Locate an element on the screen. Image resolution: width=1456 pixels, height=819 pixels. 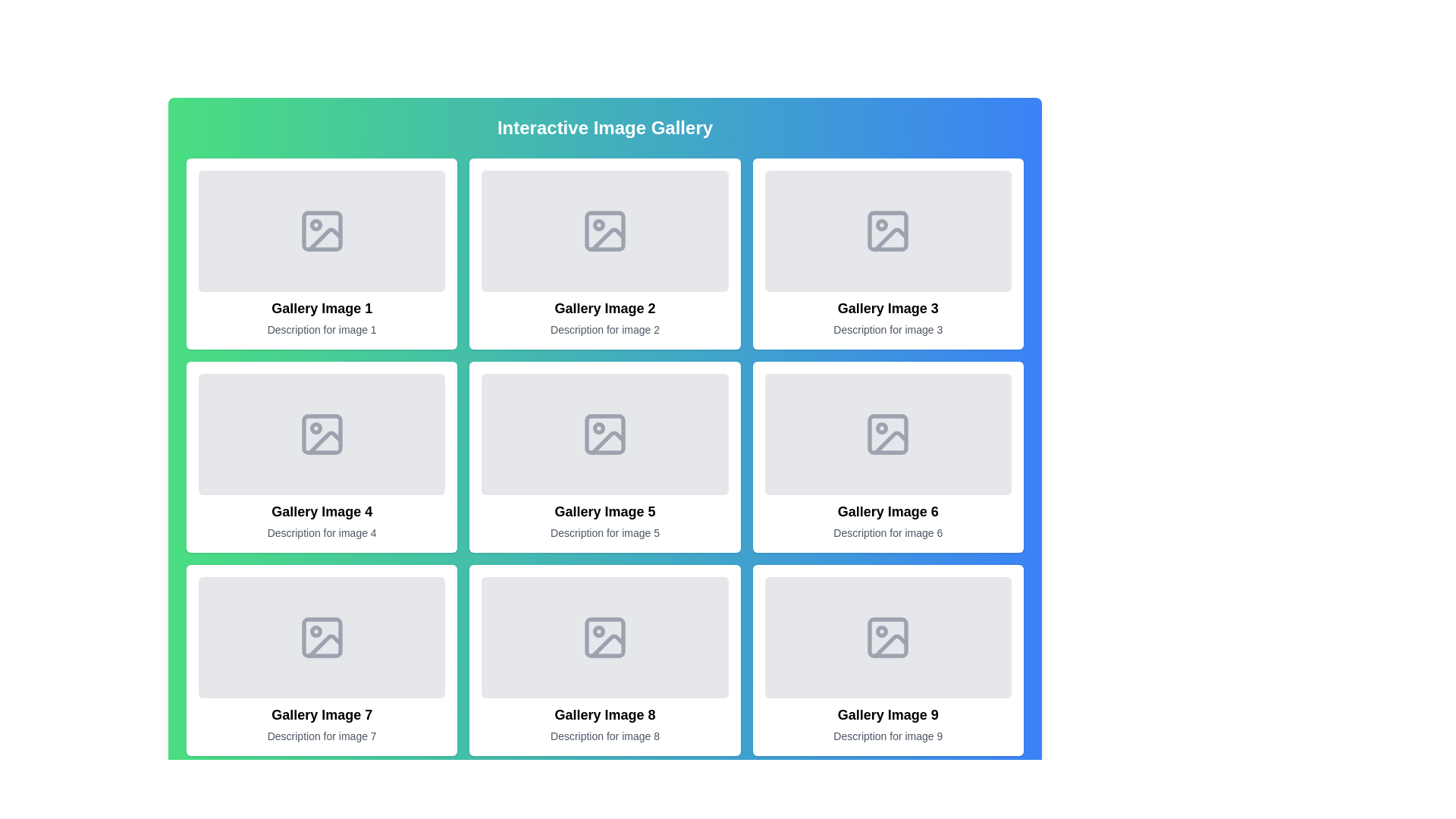
the Text label located in the third row and second column of the grid layout, which serves as a descriptive label for the associated image or gallery item above it, directly under 'Gallery Image 8' is located at coordinates (604, 736).